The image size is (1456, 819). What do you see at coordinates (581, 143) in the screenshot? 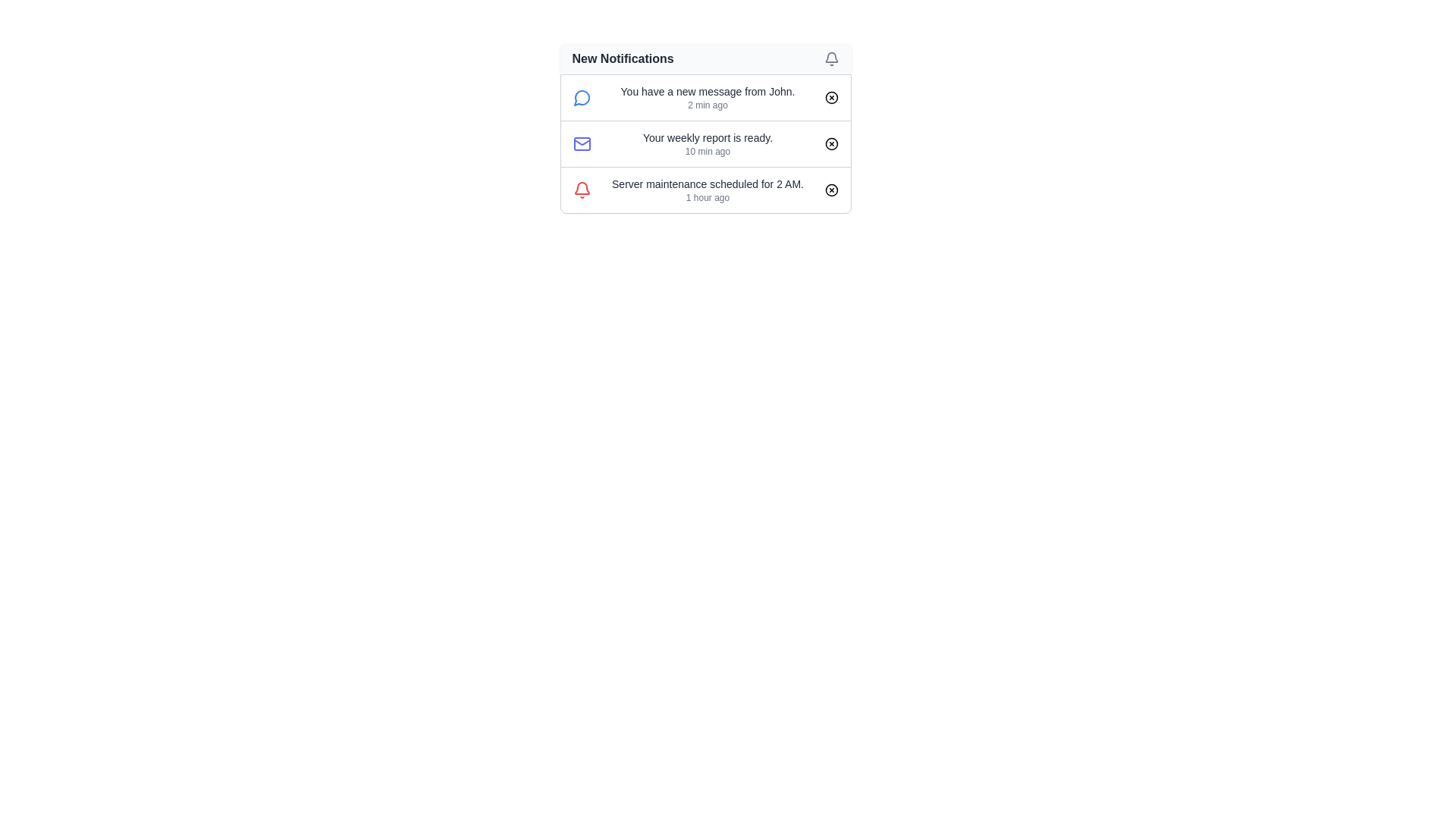
I see `the small rectangular shape with rounded corners located within the mail icon in the second item of the notification list under 'New Notifications'` at bounding box center [581, 143].